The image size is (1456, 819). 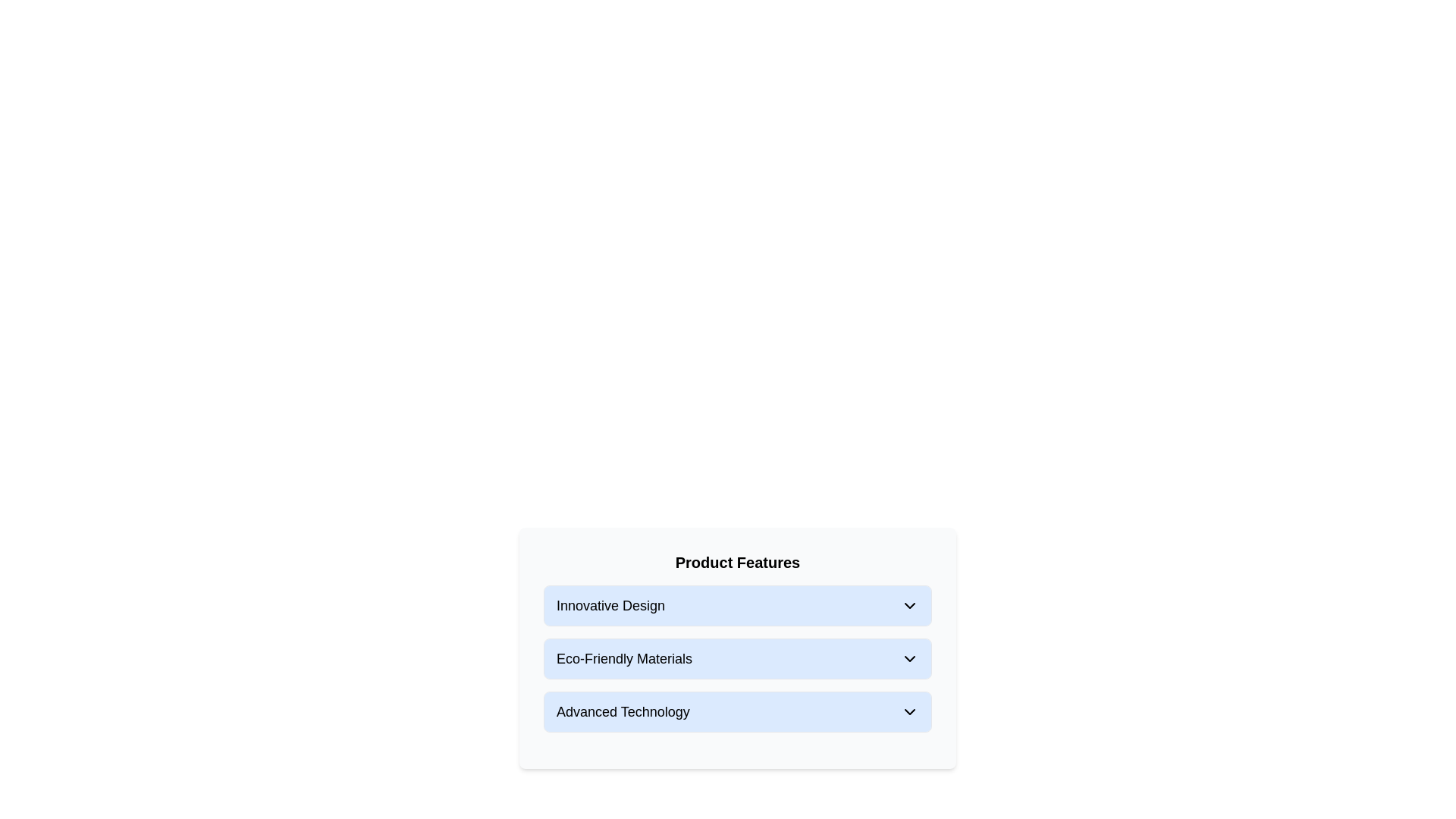 I want to click on the Dropdown indicator icon, which is a small, downward-pointing chevron icon located at the far-right of the row labeled 'Innovative Design', so click(x=910, y=604).